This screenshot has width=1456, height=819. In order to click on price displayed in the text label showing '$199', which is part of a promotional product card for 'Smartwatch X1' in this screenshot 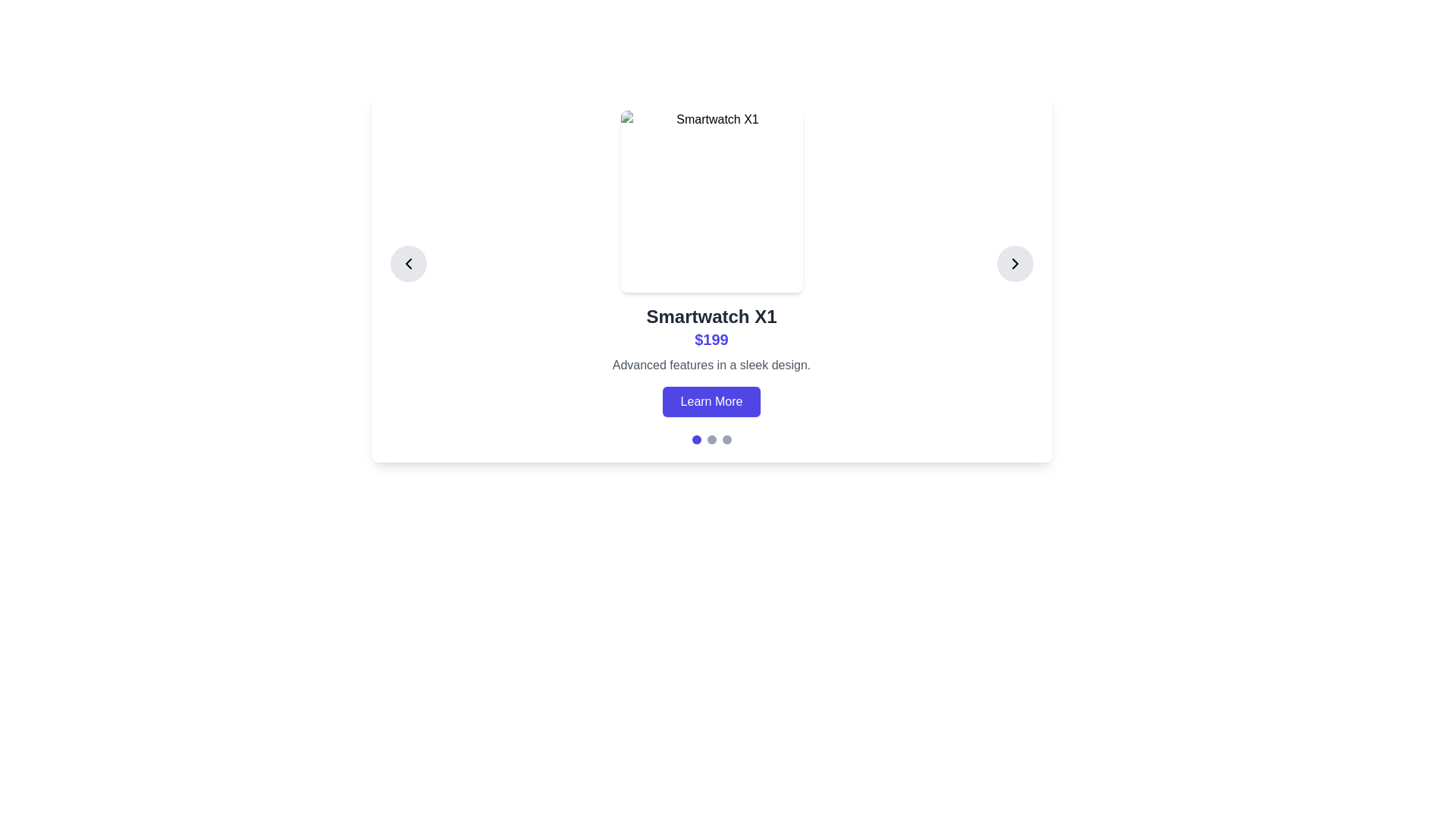, I will do `click(711, 338)`.